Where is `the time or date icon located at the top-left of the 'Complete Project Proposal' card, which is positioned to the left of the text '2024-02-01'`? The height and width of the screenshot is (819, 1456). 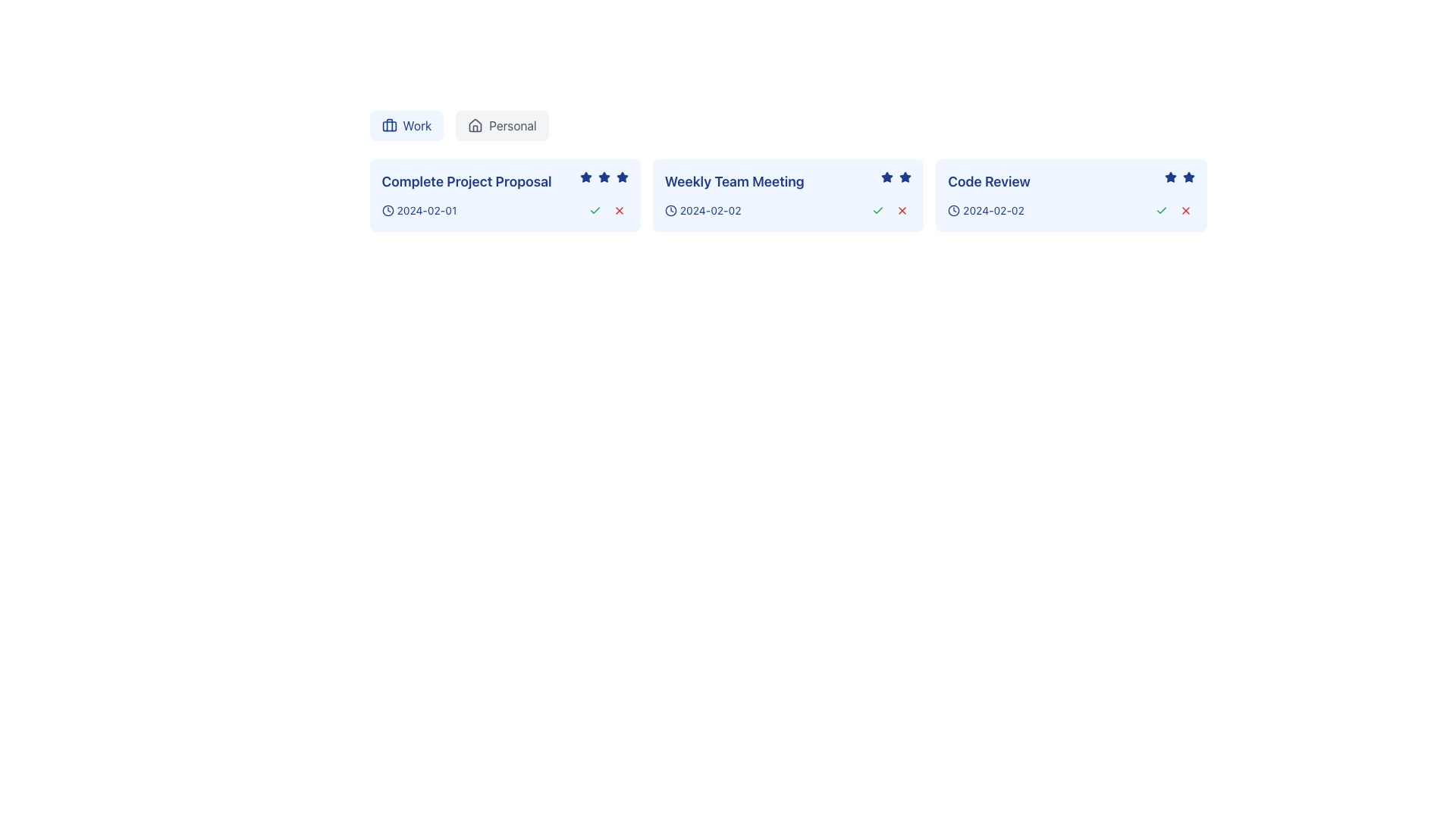
the time or date icon located at the top-left of the 'Complete Project Proposal' card, which is positioned to the left of the text '2024-02-01' is located at coordinates (388, 210).